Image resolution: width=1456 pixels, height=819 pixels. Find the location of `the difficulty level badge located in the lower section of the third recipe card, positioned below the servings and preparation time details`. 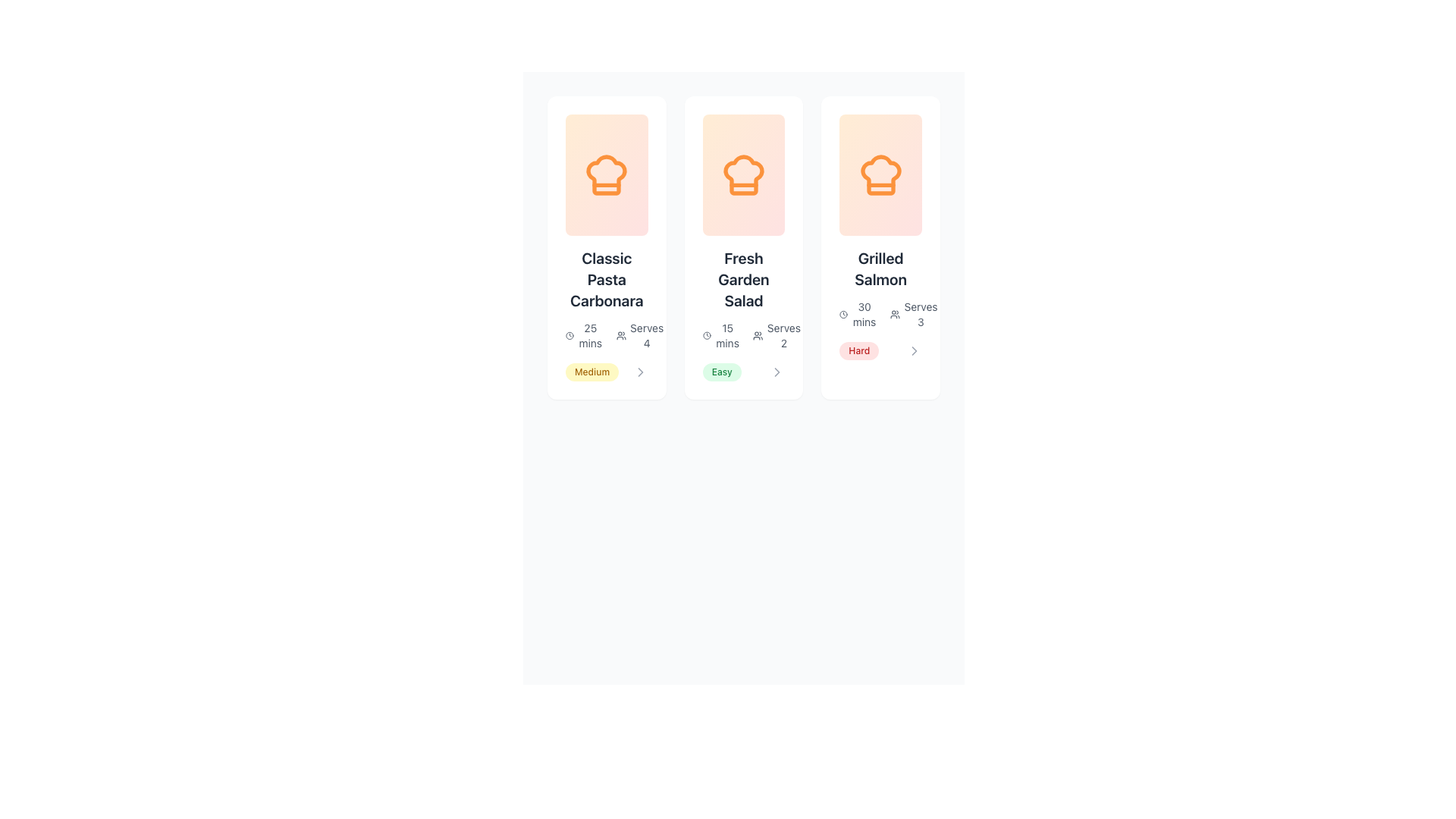

the difficulty level badge located in the lower section of the third recipe card, positioned below the servings and preparation time details is located at coordinates (859, 350).